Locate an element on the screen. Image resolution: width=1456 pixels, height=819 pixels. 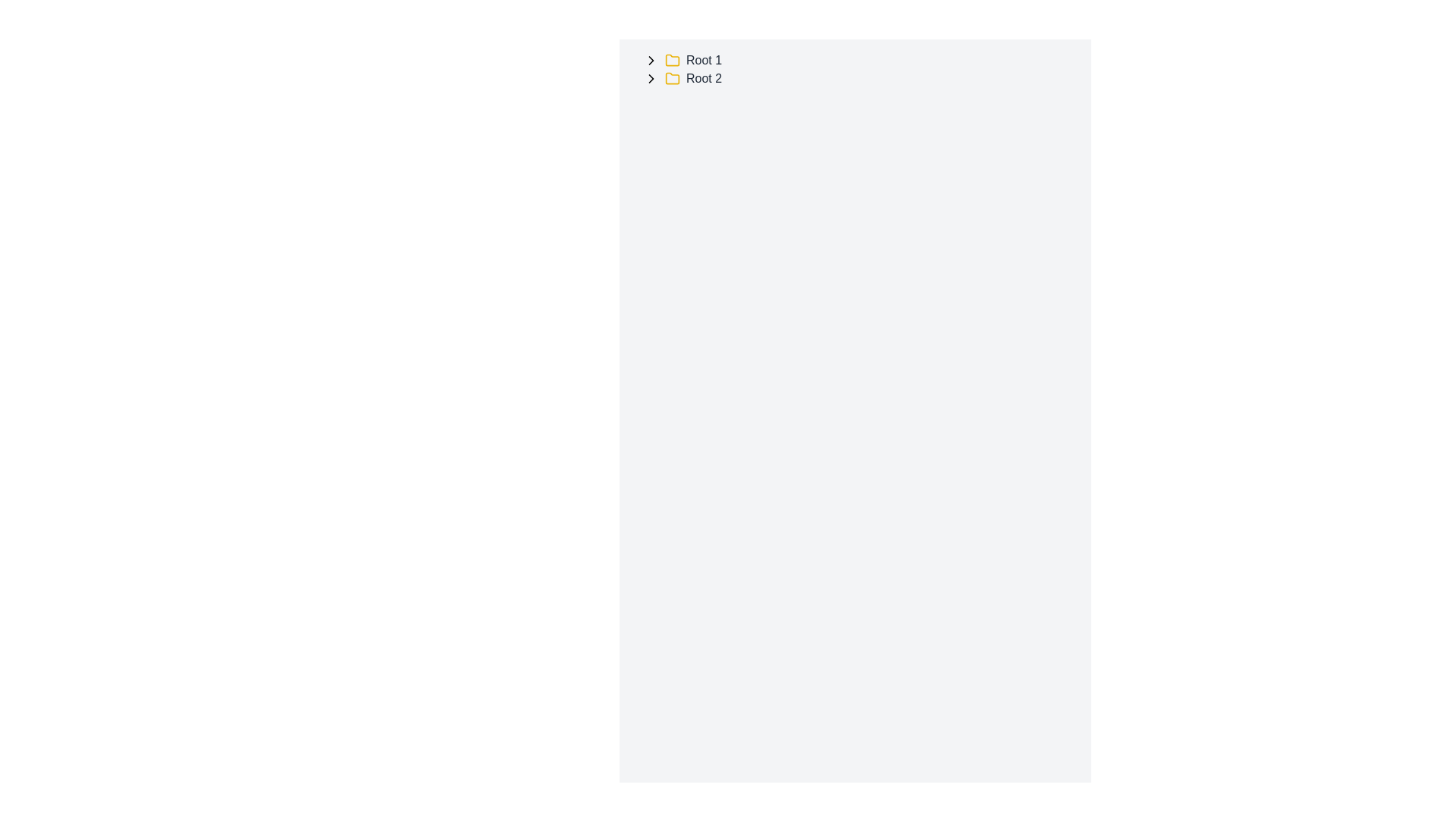
the yellow folder icon located under 'Root 2', which is the second icon is located at coordinates (672, 78).